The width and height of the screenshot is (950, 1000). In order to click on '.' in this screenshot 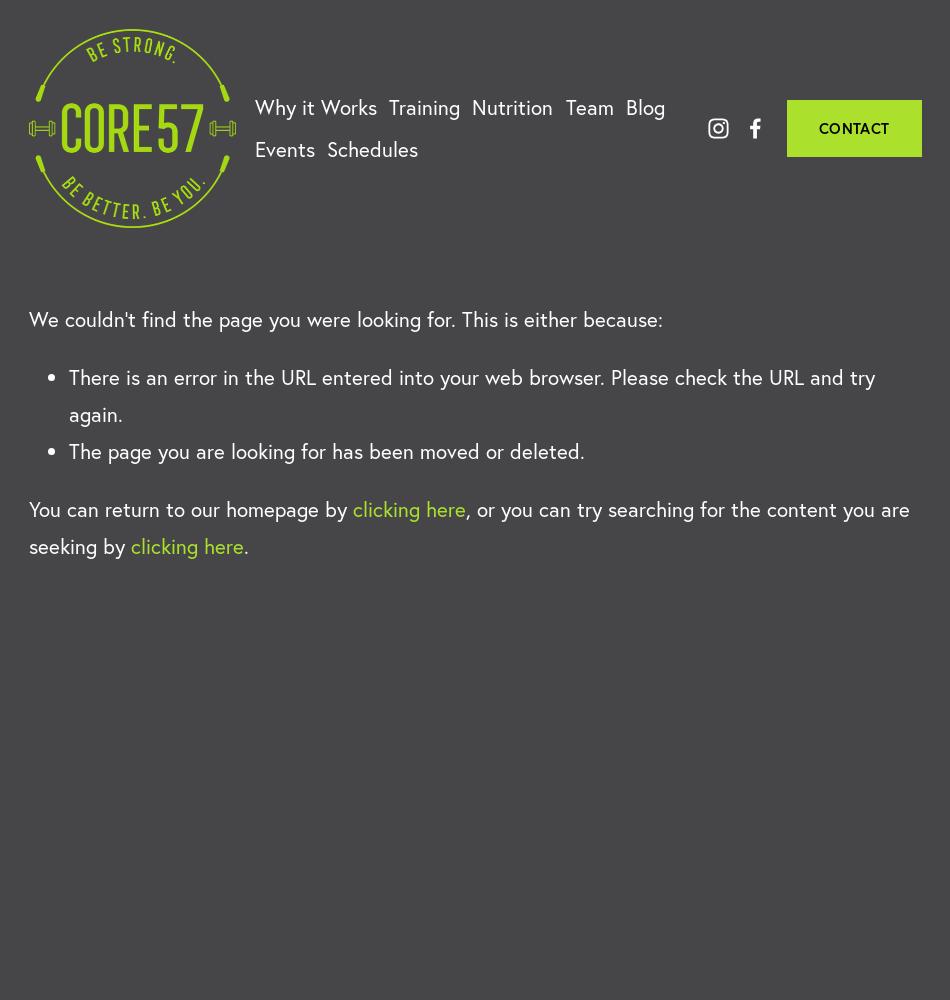, I will do `click(242, 545)`.